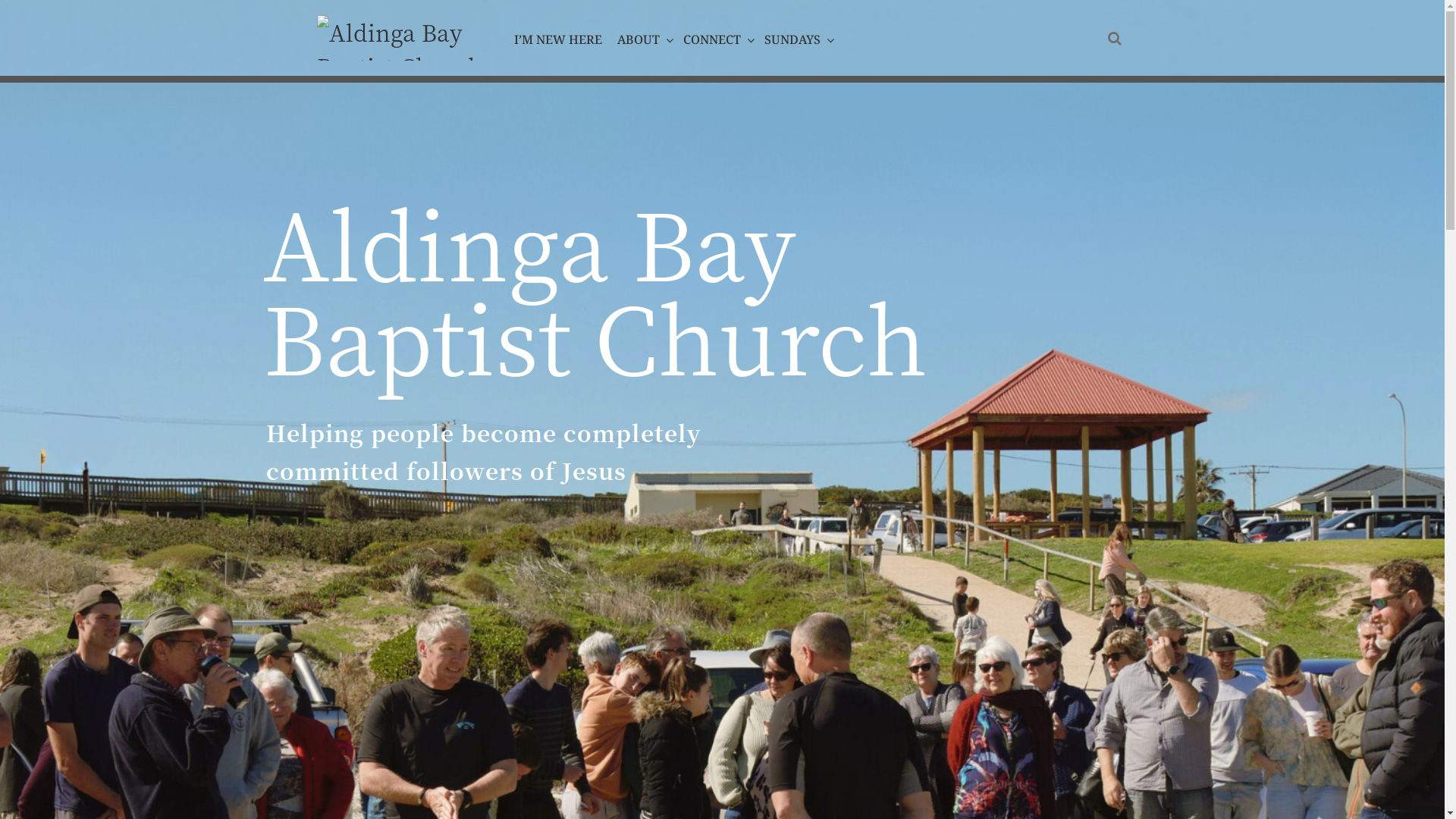 Image resolution: width=1456 pixels, height=819 pixels. Describe the element at coordinates (715, 38) in the screenshot. I see `'CONNECT'` at that location.